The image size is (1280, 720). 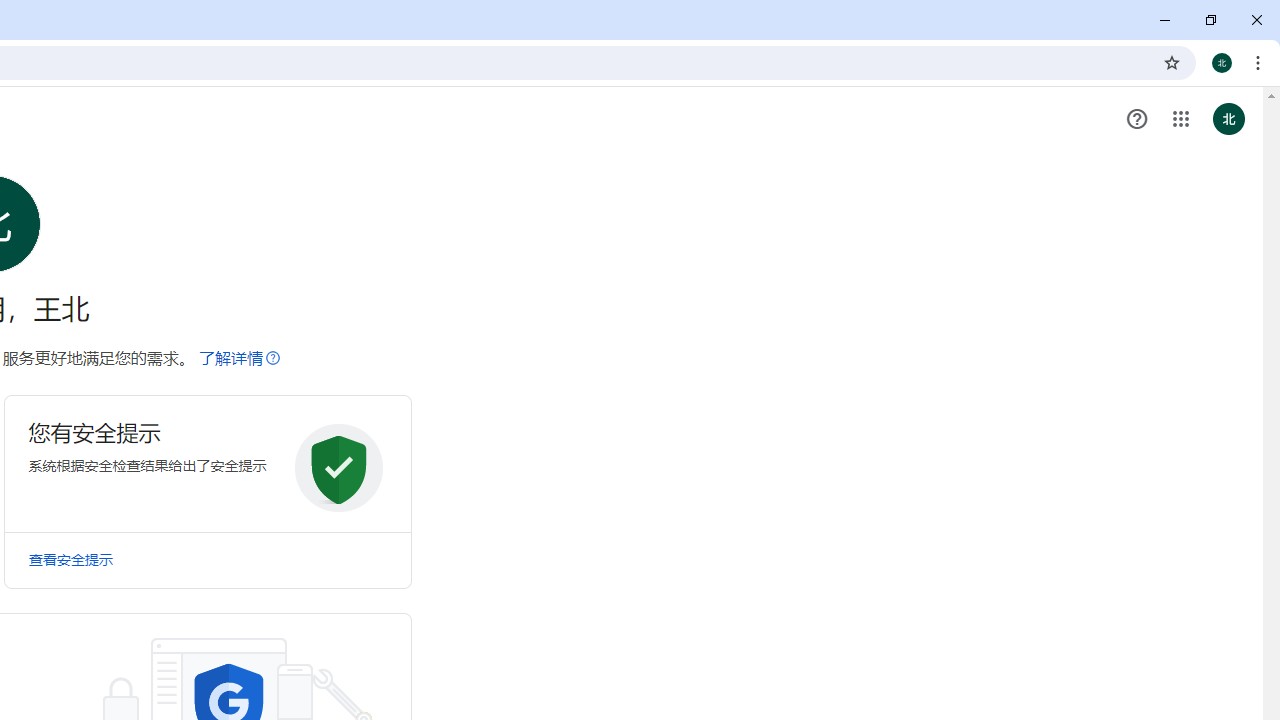 I want to click on 'Bookmark this tab', so click(x=1171, y=61).